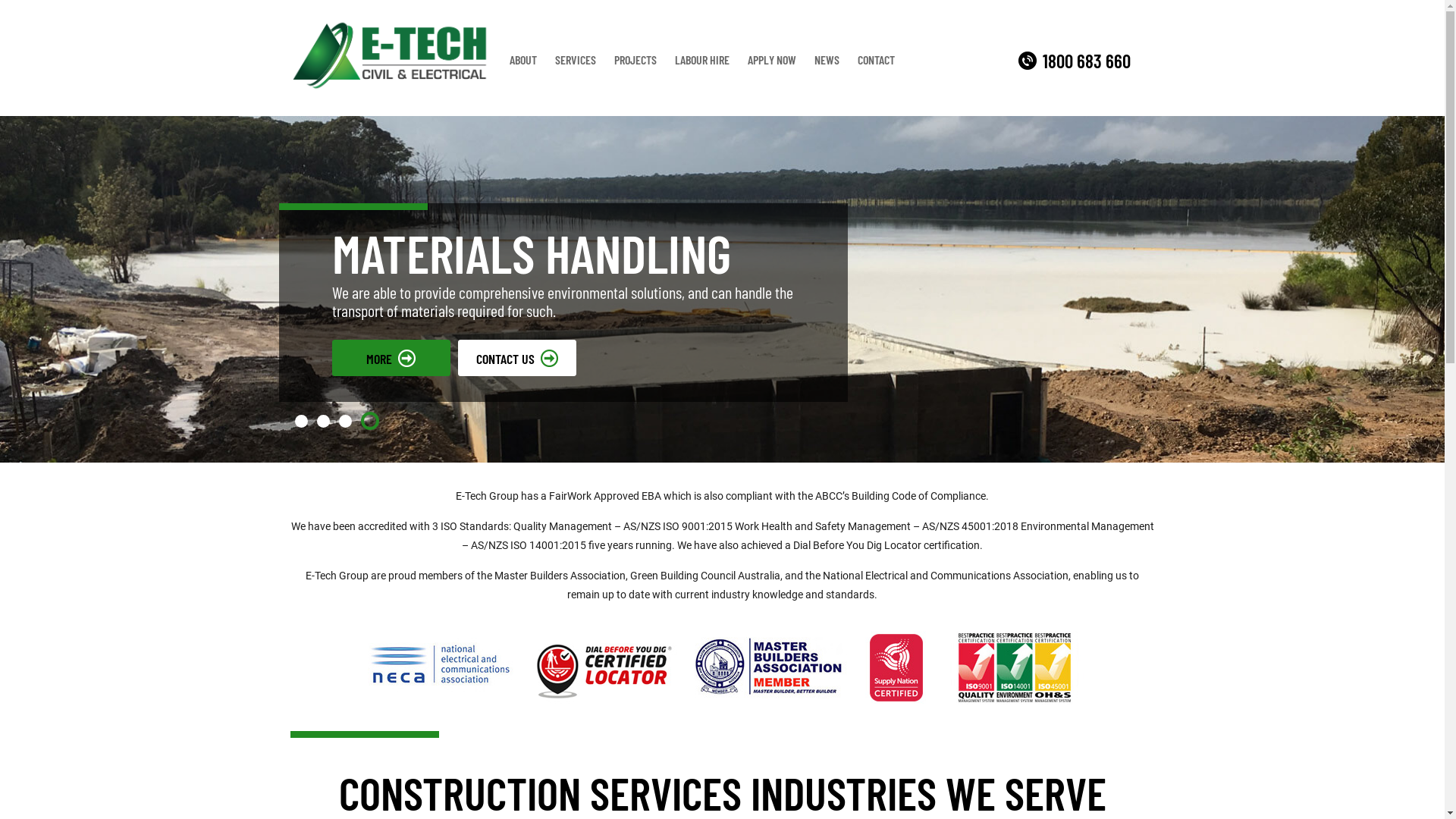 Image resolution: width=1456 pixels, height=819 pixels. I want to click on '1800 683 660', so click(1073, 60).